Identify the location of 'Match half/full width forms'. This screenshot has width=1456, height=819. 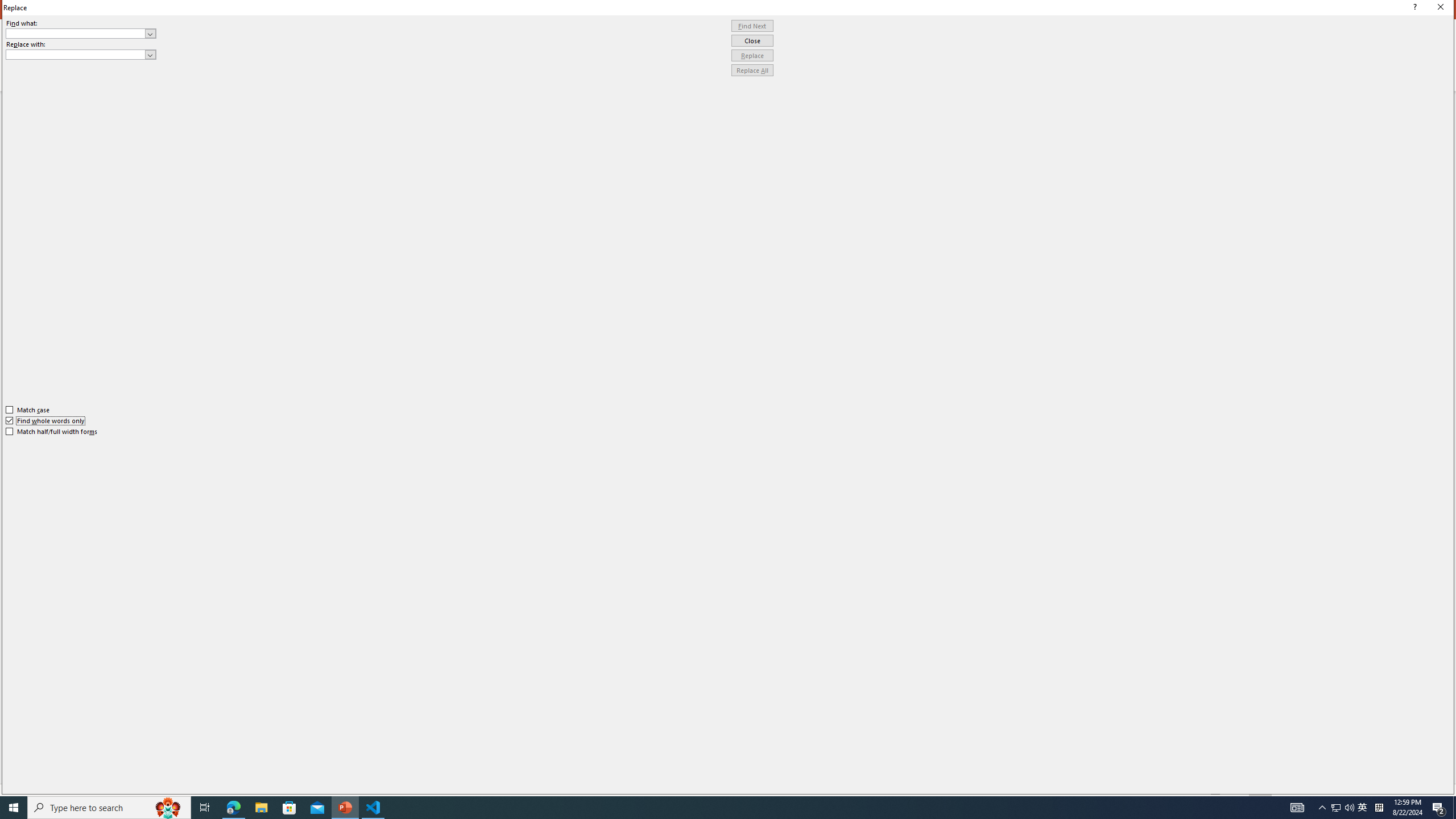
(52, 431).